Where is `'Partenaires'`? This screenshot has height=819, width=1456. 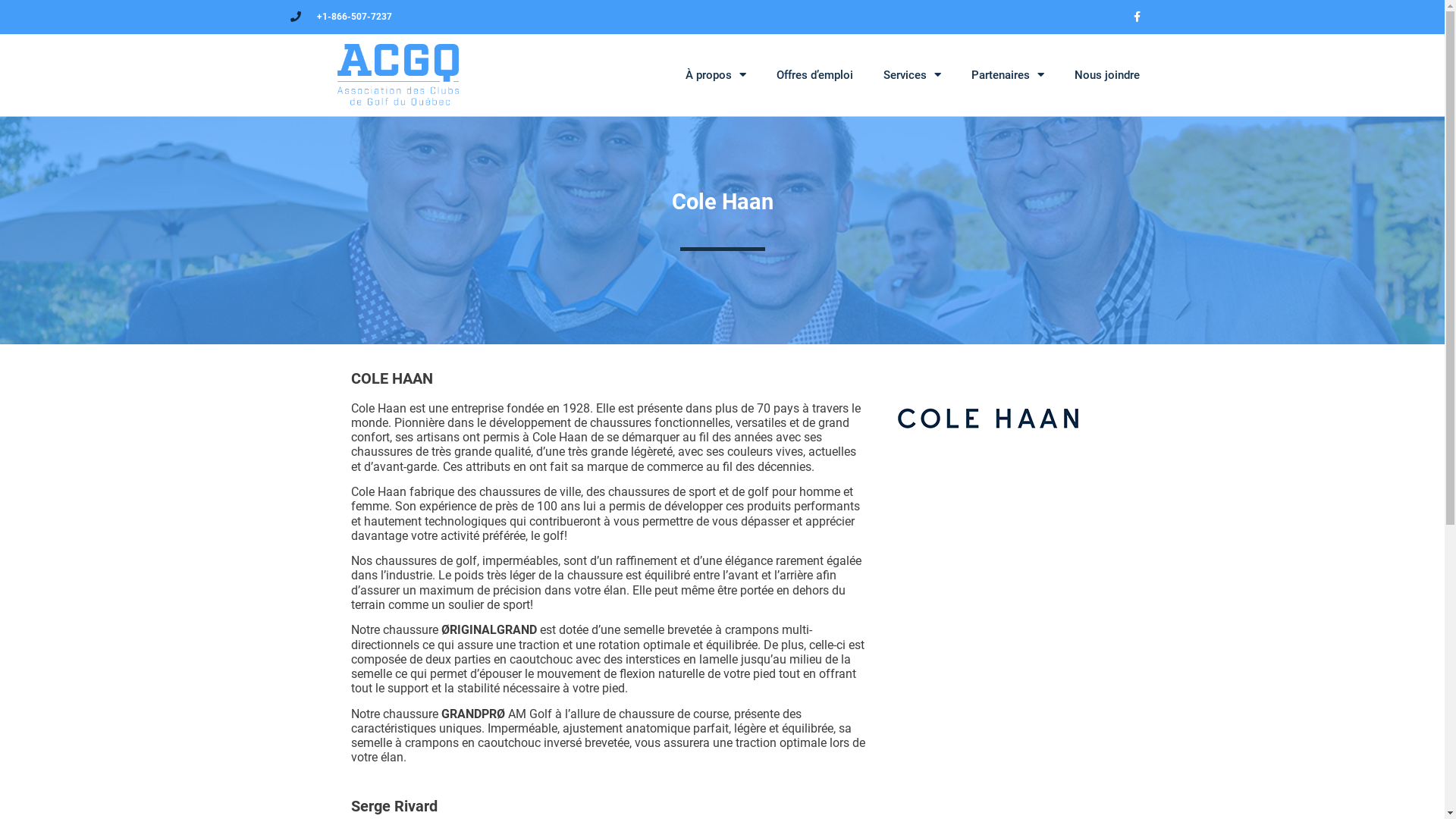 'Partenaires' is located at coordinates (1007, 75).